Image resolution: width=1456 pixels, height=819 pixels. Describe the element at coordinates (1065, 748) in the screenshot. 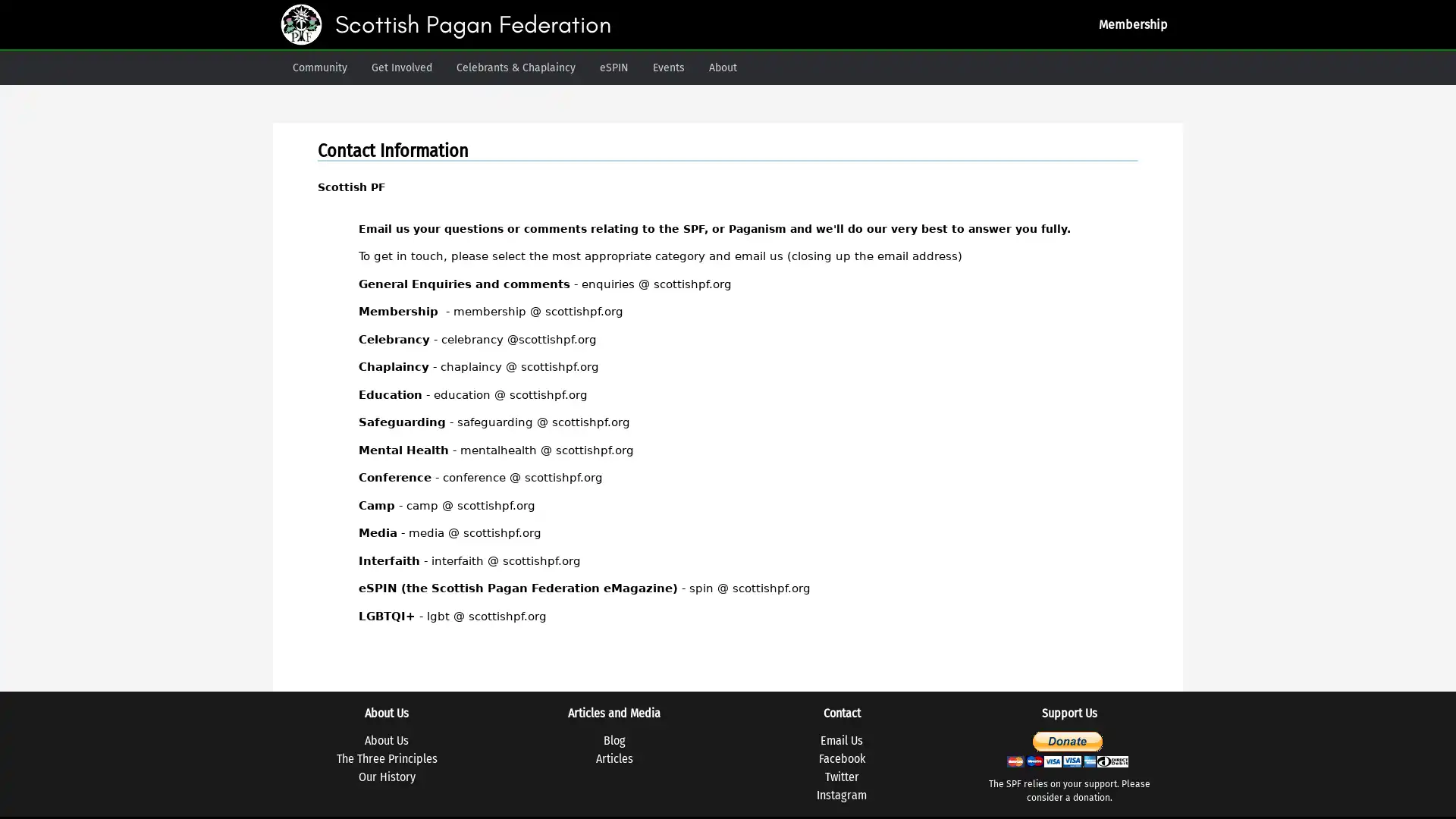

I see `Donate with PayPal button` at that location.